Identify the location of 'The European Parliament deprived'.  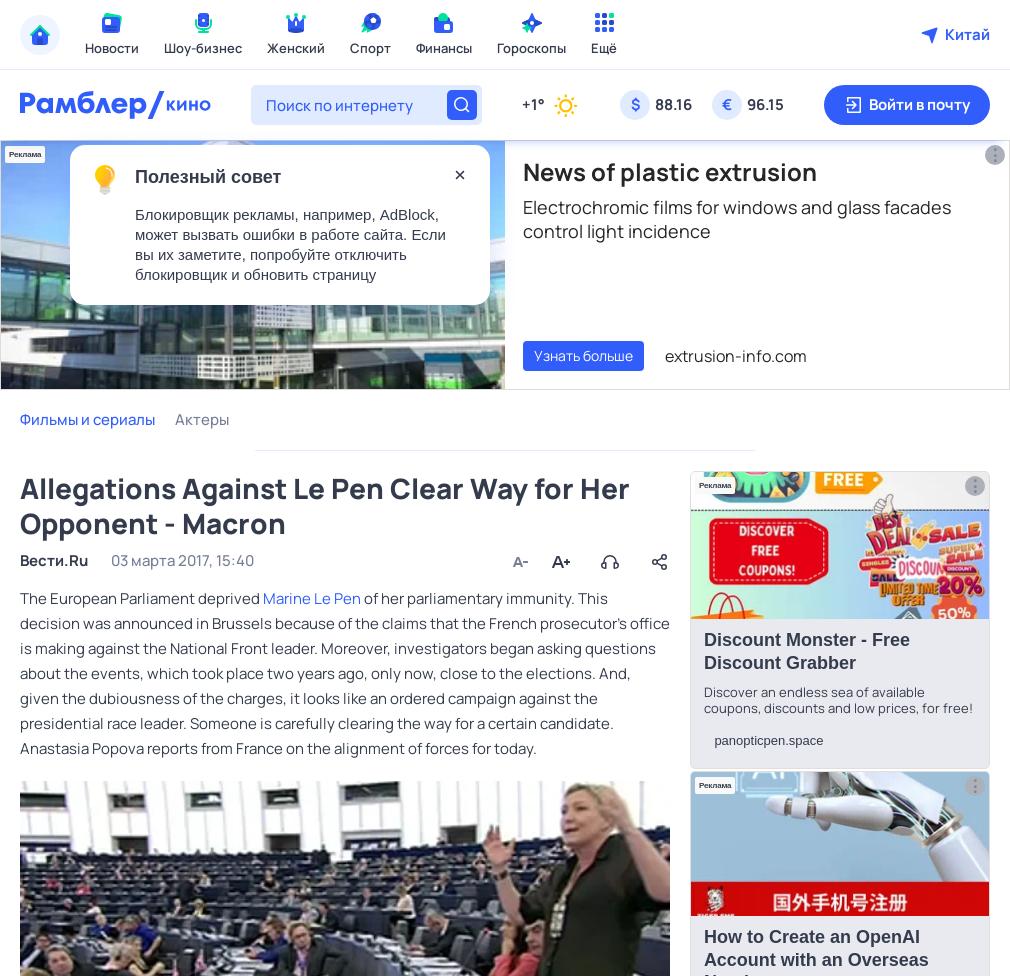
(18, 598).